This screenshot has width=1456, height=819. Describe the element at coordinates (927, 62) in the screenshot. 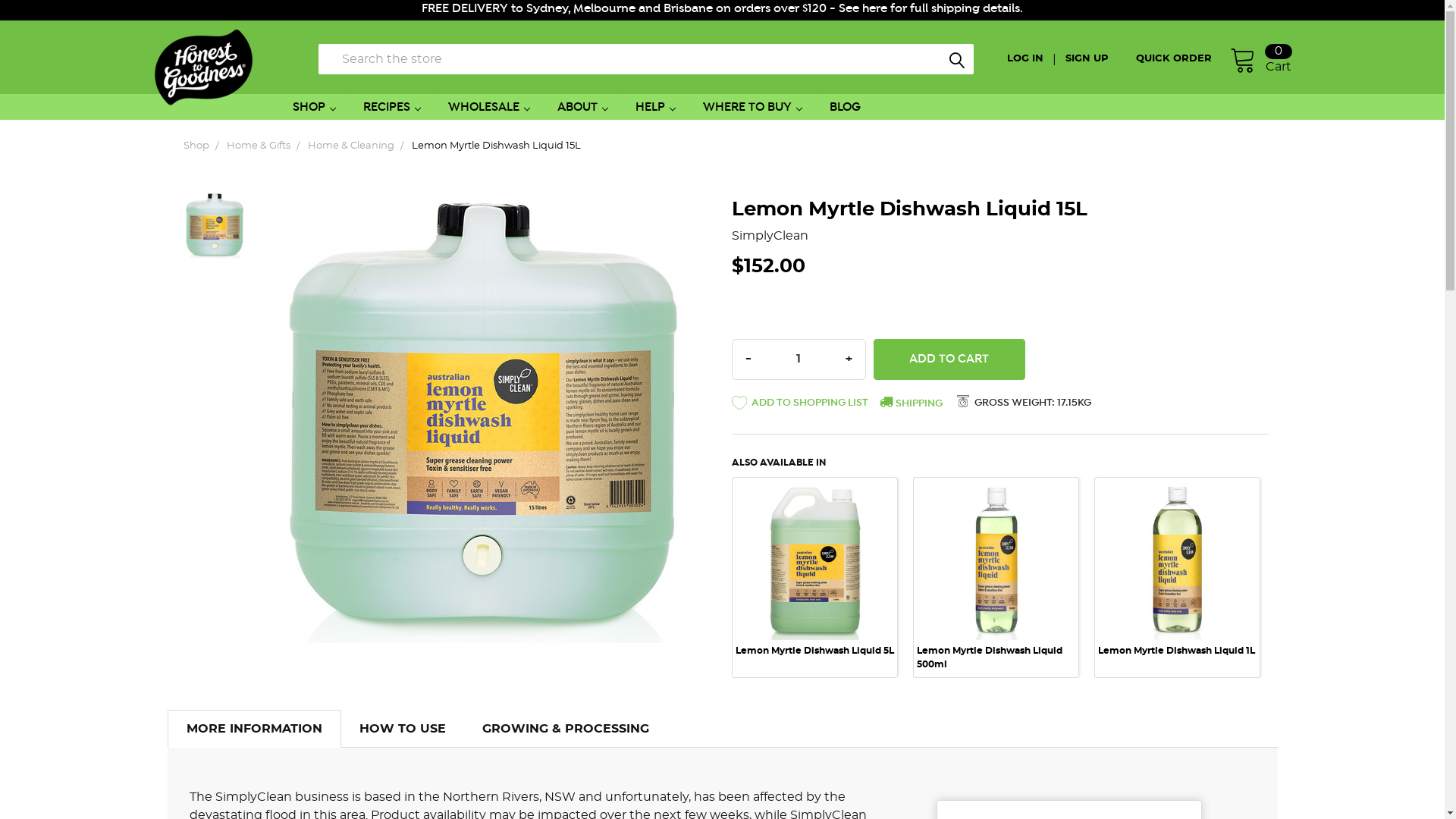

I see `'Search'` at that location.